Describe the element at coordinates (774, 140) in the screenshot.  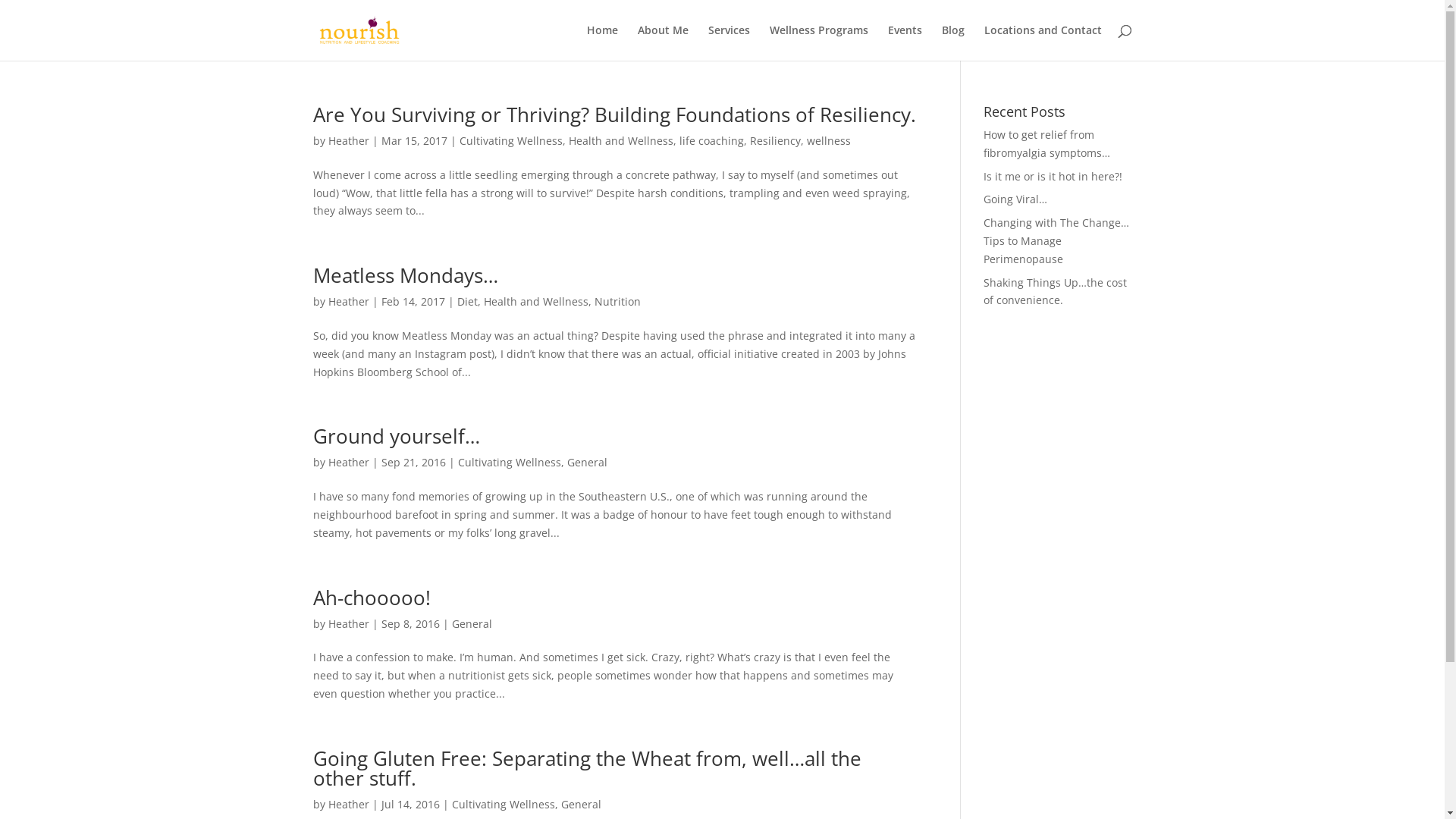
I see `'Resiliency'` at that location.